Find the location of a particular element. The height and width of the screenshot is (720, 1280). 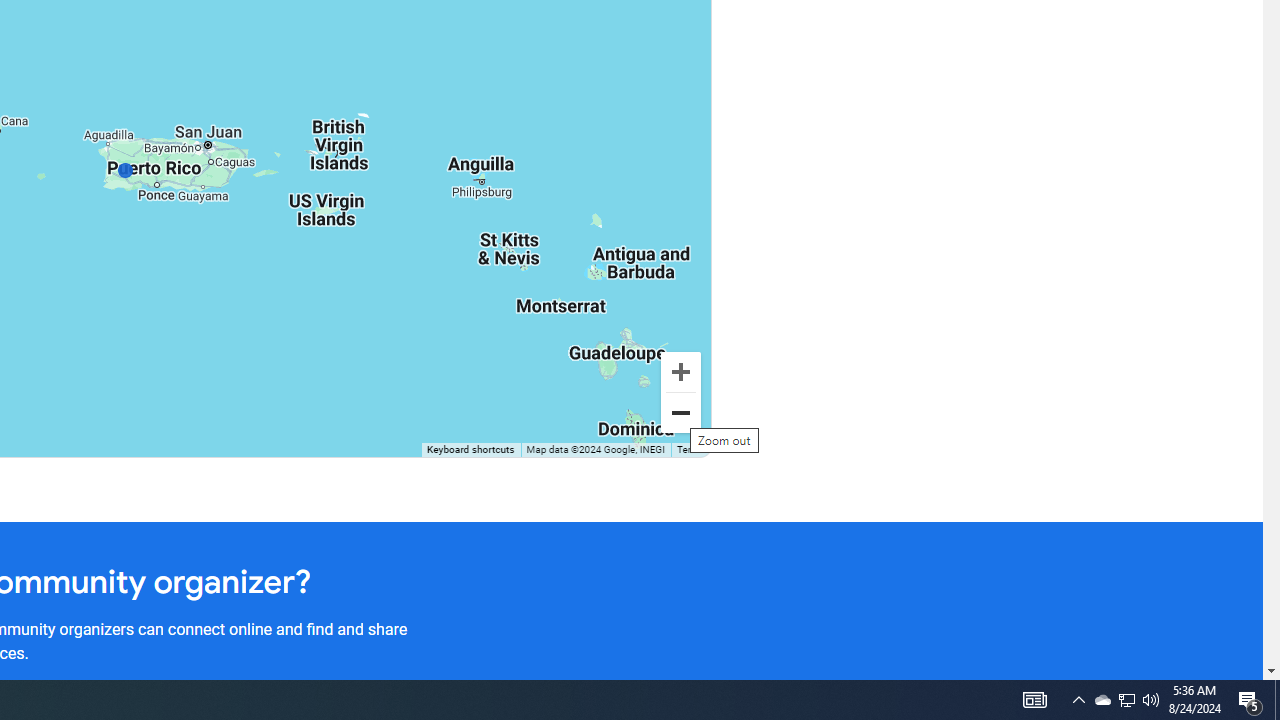

'Keyboard shortcuts' is located at coordinates (469, 450).